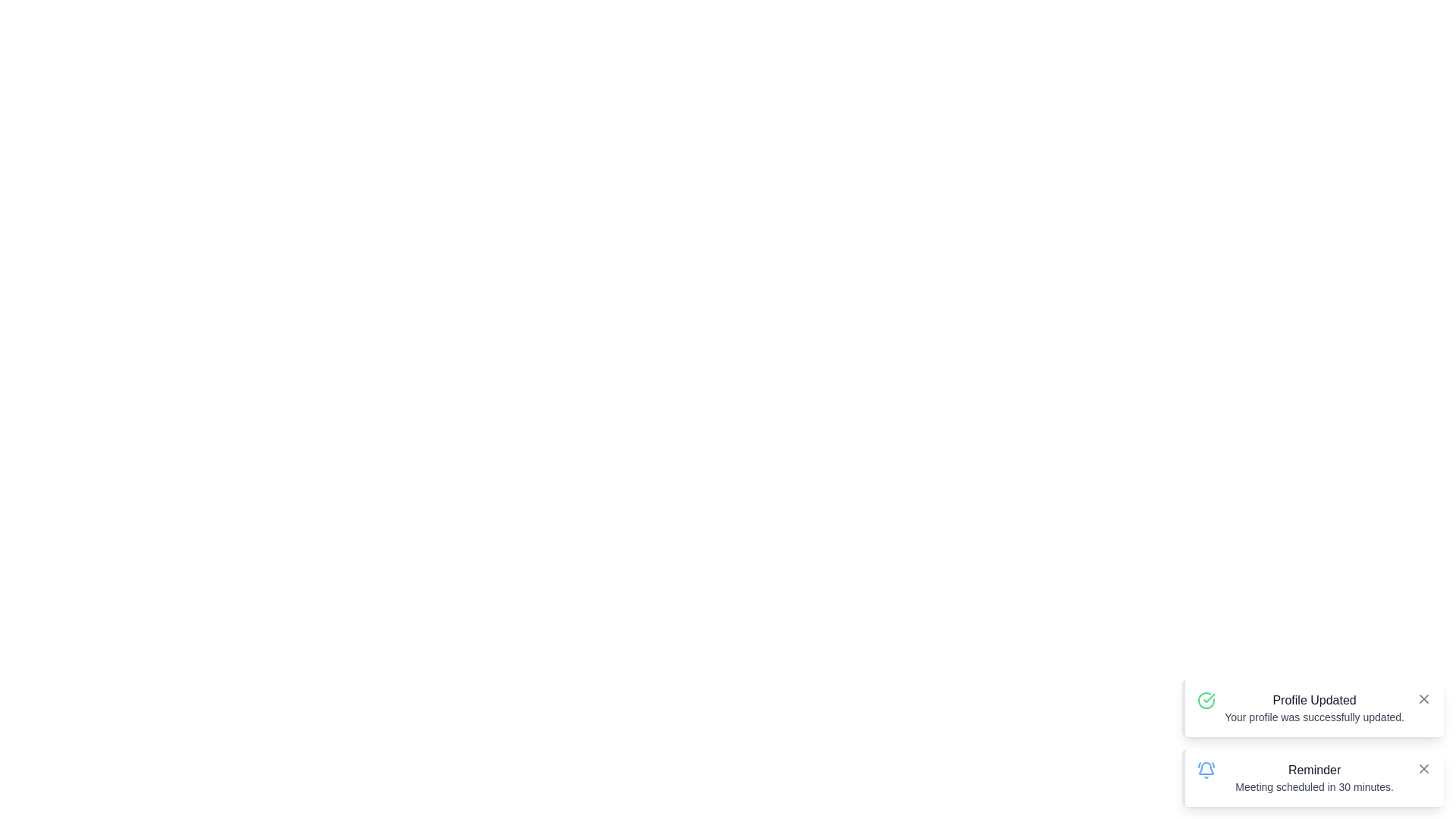 This screenshot has width=1456, height=819. What do you see at coordinates (1206, 770) in the screenshot?
I see `the reminder notification icon located at the top-left corner of the notification titled 'Reminder'` at bounding box center [1206, 770].